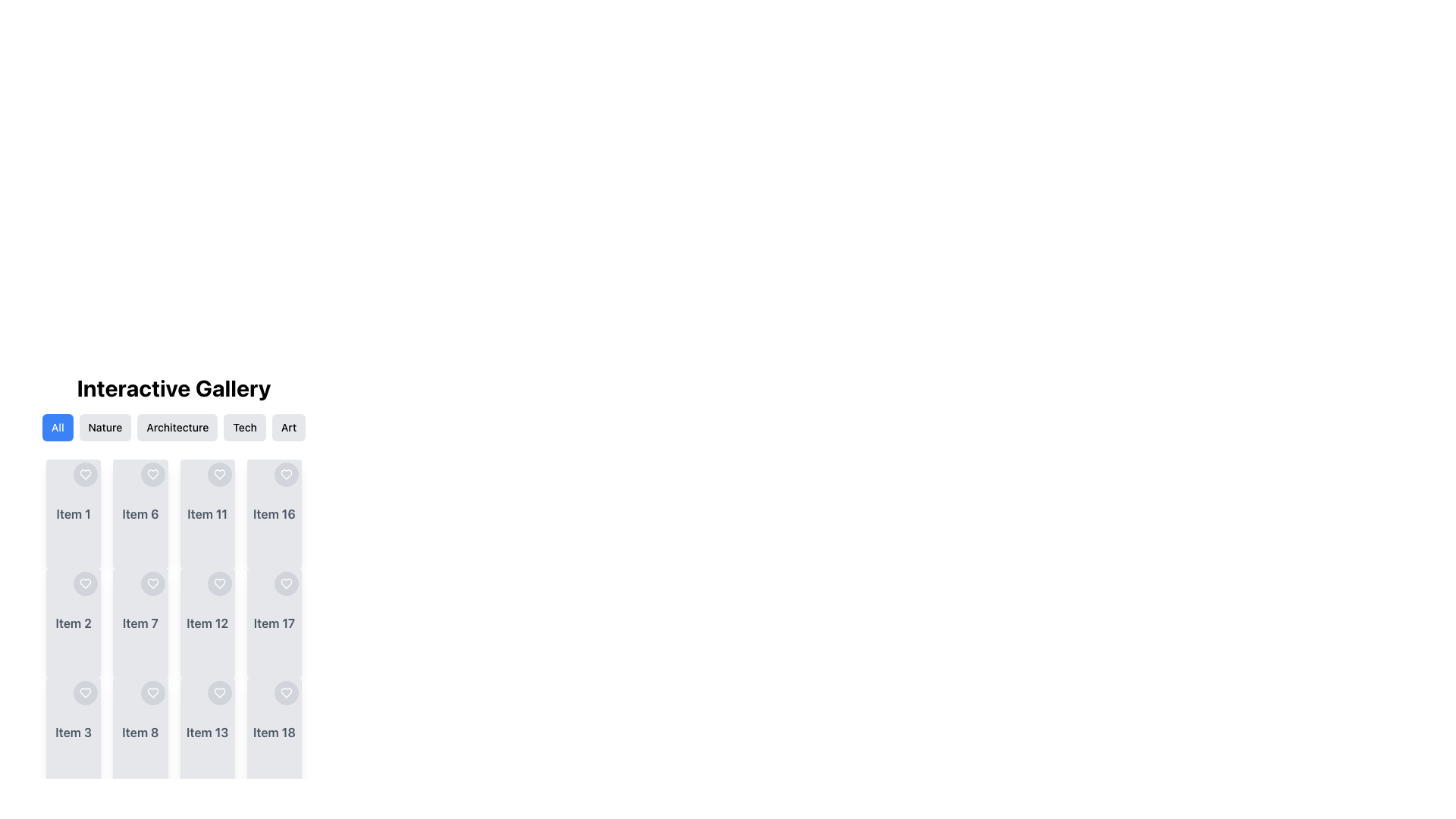 Image resolution: width=1456 pixels, height=819 pixels. Describe the element at coordinates (49, 513) in the screenshot. I see `the circular magnifying glass icon with a cross in the middle, located within the 'View Details' button in the gallery interface to zoom in` at that location.